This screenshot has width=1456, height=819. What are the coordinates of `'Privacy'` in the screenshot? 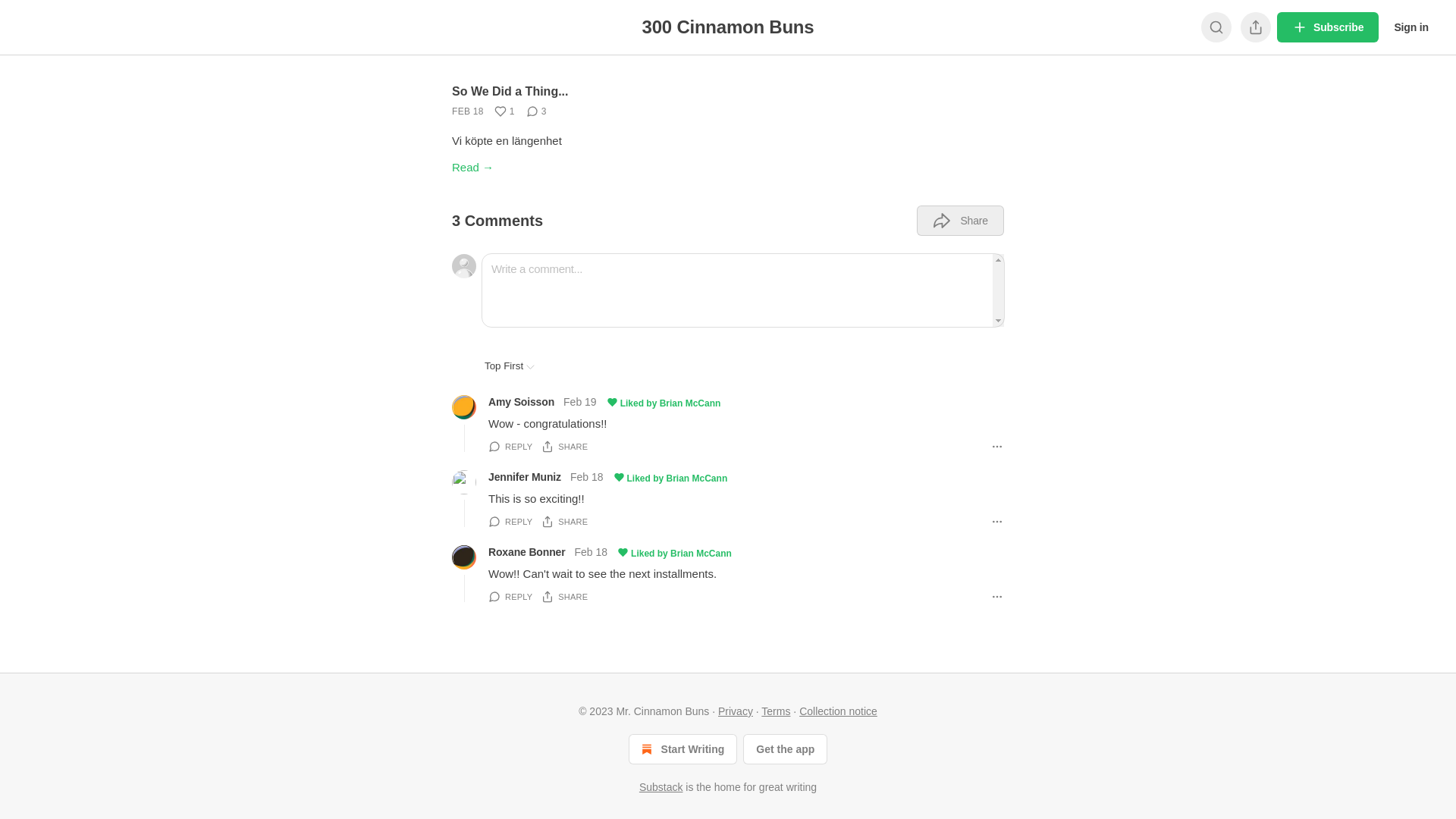 It's located at (735, 711).